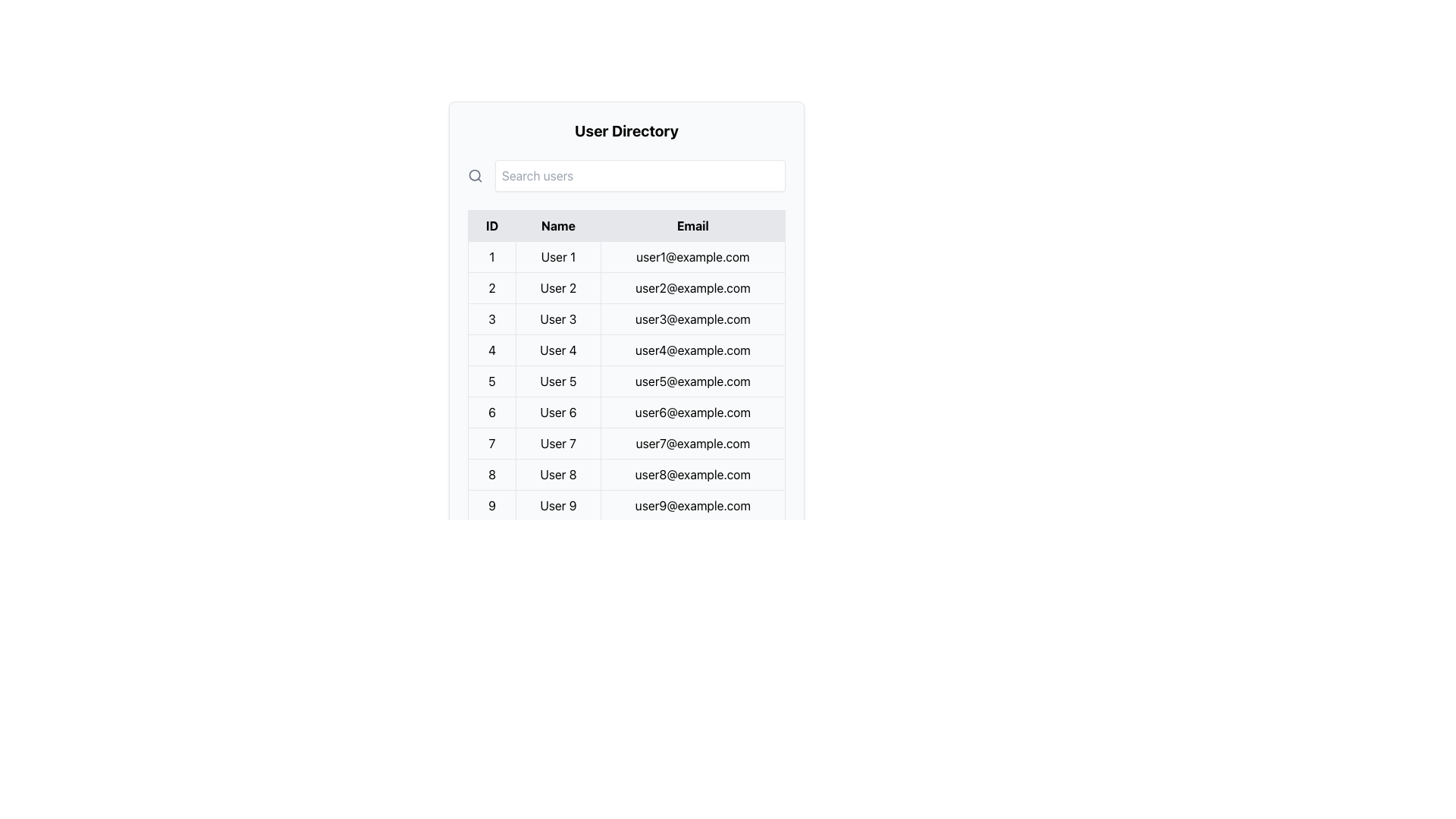 The width and height of the screenshot is (1456, 819). I want to click on text from the header cell at the top-left corner of the table, which displays 'ID' in bold, so click(491, 225).